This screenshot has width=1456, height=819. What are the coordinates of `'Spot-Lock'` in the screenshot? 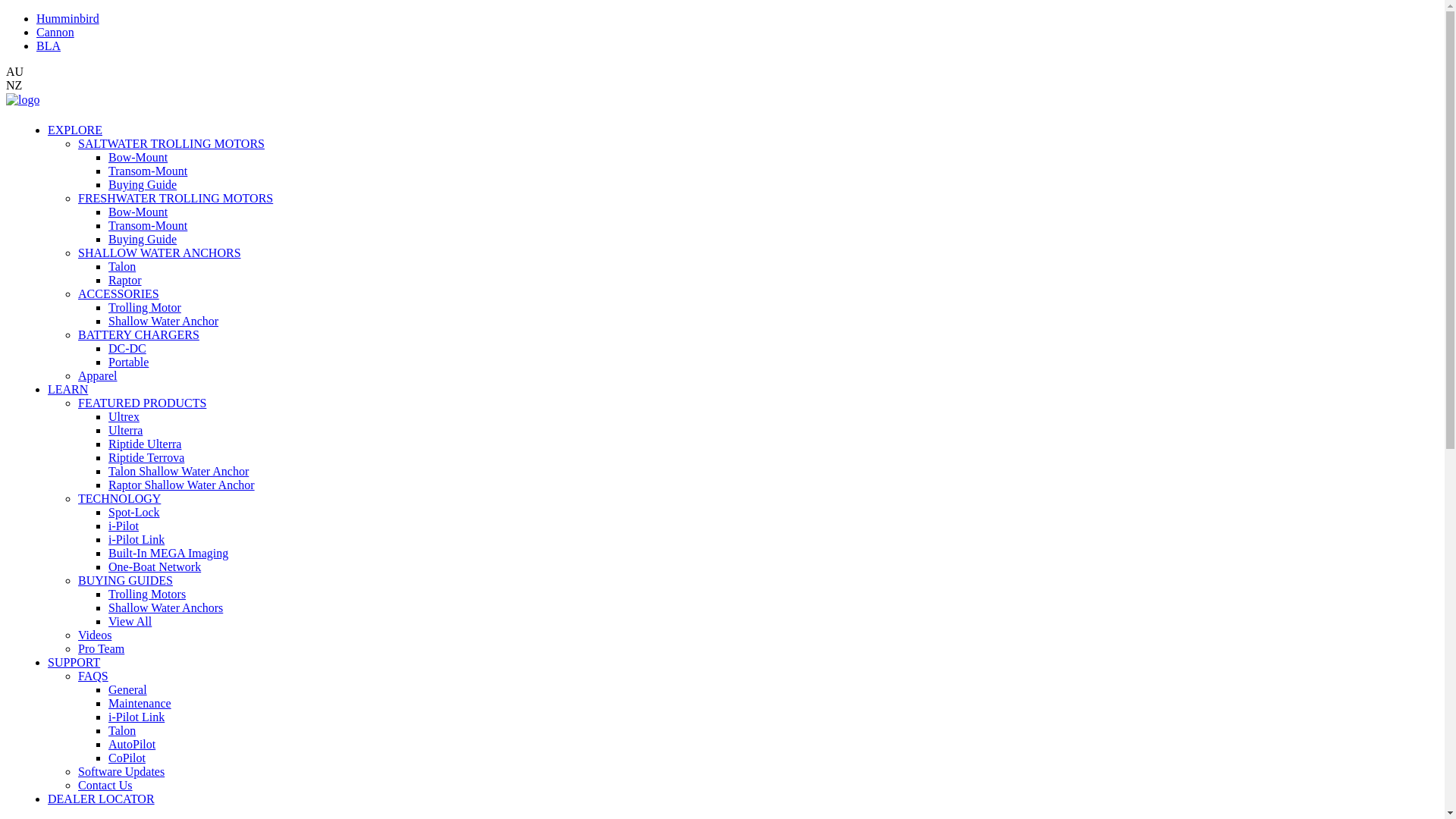 It's located at (108, 512).